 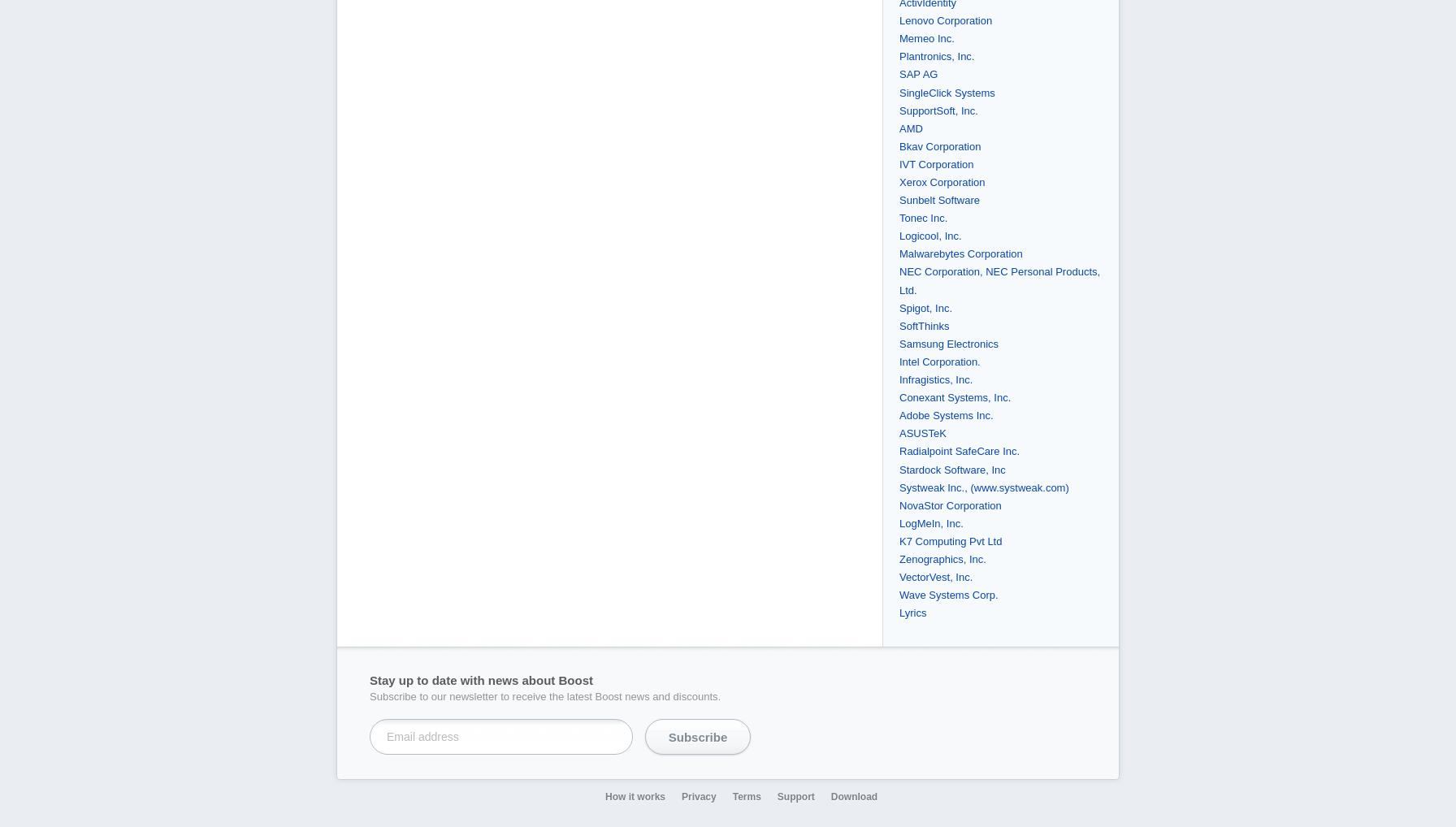 I want to click on 'Wave Systems Corp.', so click(x=948, y=594).